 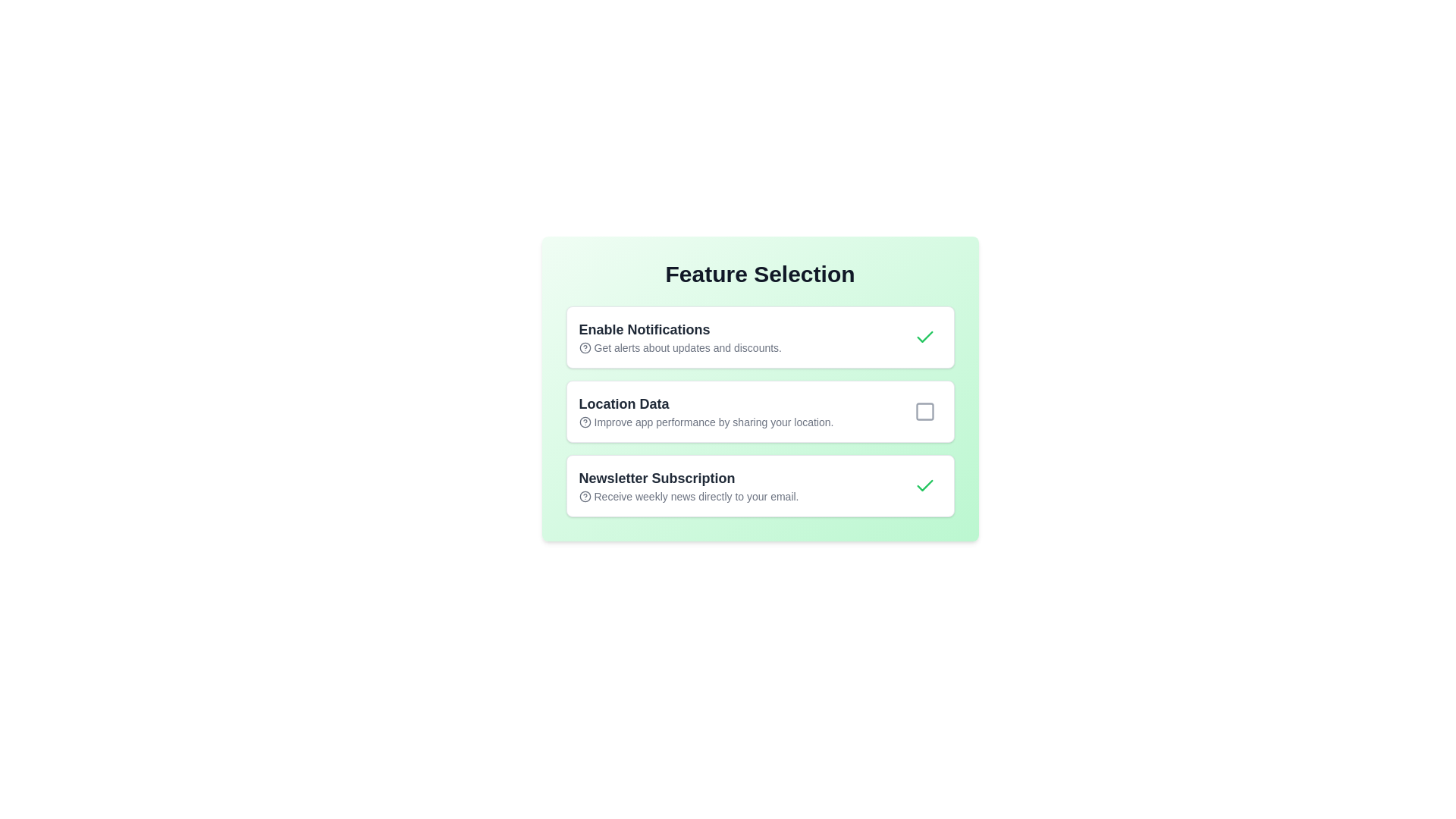 What do you see at coordinates (924, 412) in the screenshot?
I see `the inactive checkbox or status icon next to the 'Location Data' feature option` at bounding box center [924, 412].